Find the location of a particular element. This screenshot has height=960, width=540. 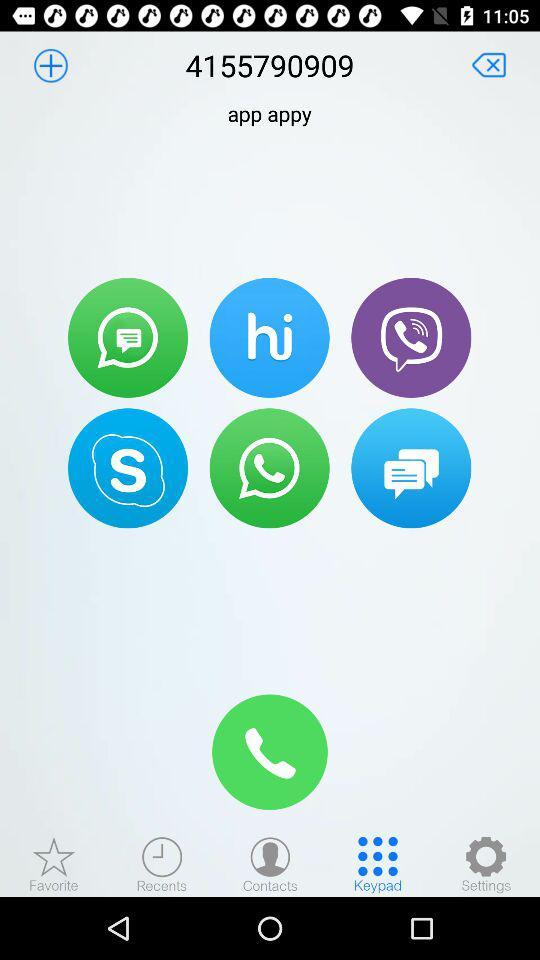

the close icon is located at coordinates (488, 65).